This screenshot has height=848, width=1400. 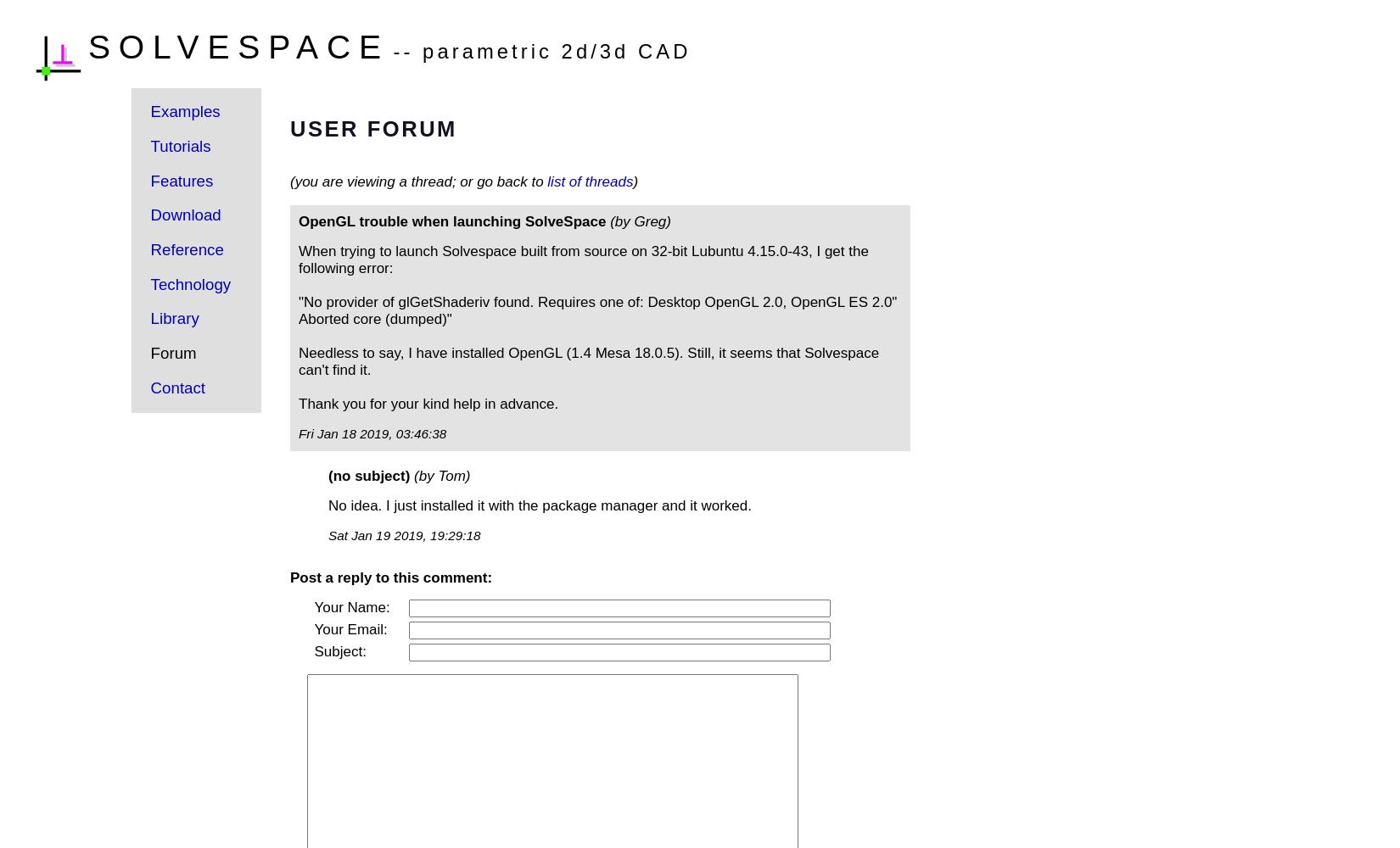 What do you see at coordinates (609, 220) in the screenshot?
I see `'(by Greg)'` at bounding box center [609, 220].